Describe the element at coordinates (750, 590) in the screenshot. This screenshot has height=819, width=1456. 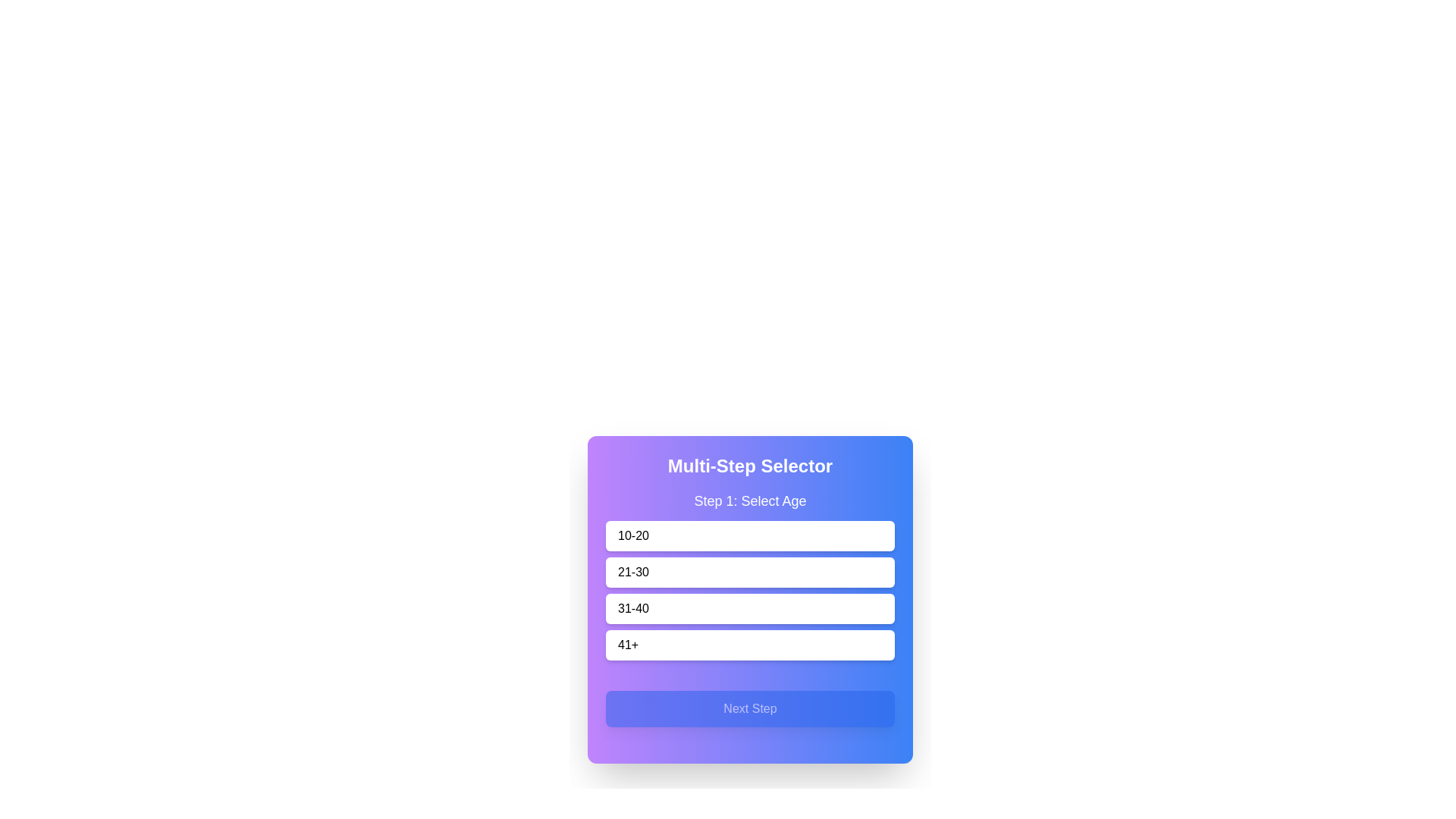
I see `the third selection item for age range 31 to 40 under the heading 'Step 1: Select Age'` at that location.